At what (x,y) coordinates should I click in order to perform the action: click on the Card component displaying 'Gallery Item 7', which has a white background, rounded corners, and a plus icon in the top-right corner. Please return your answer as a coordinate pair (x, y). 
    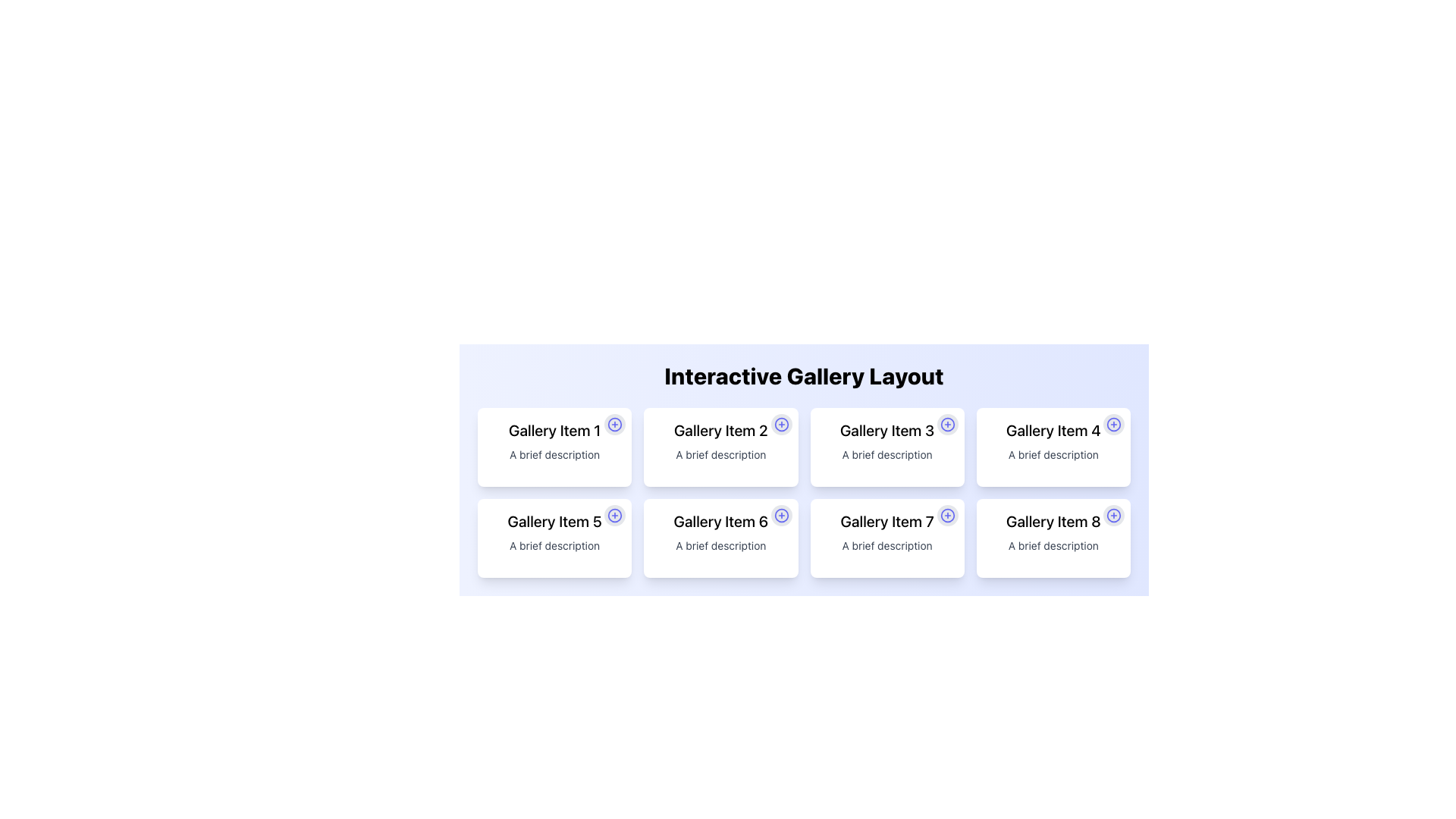
    Looking at the image, I should click on (887, 537).